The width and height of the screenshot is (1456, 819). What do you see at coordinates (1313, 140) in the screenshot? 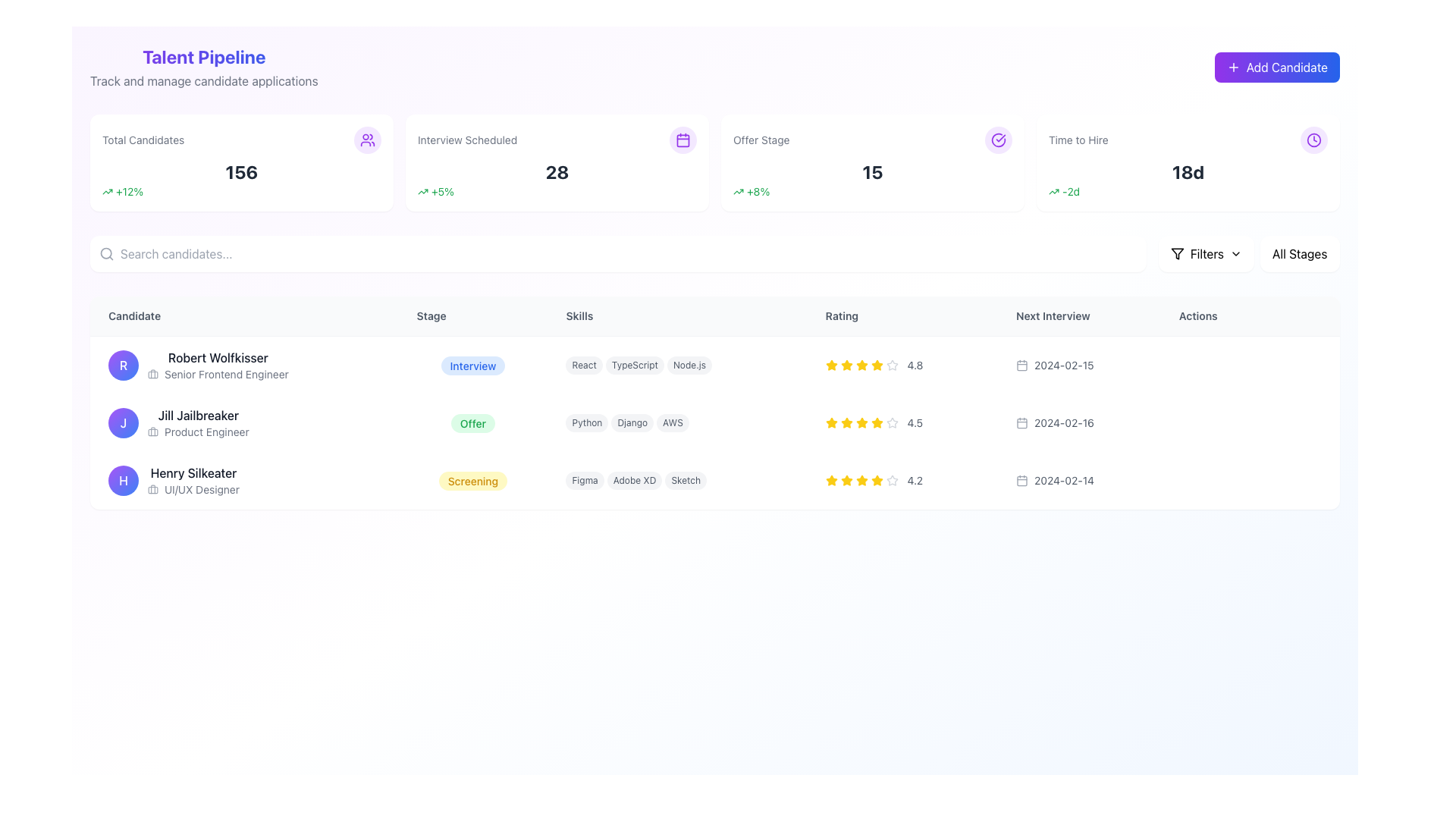
I see `the decorative or informative icon representing the 'Time to Hire' metric located in the top right corner of the 'Time to Hire' card, adjacent to the numerical data ('18d')` at bounding box center [1313, 140].